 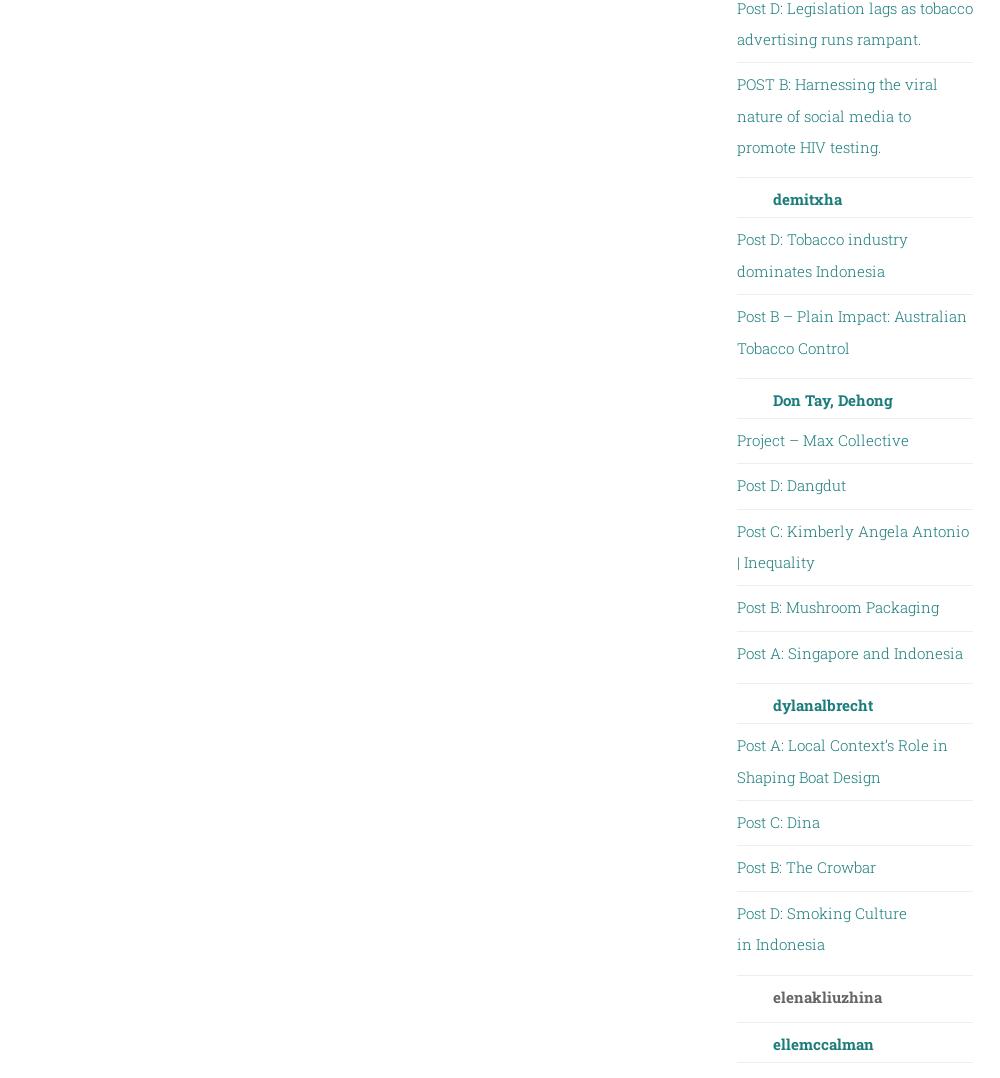 I want to click on 'Post C: Dina', so click(x=777, y=821).